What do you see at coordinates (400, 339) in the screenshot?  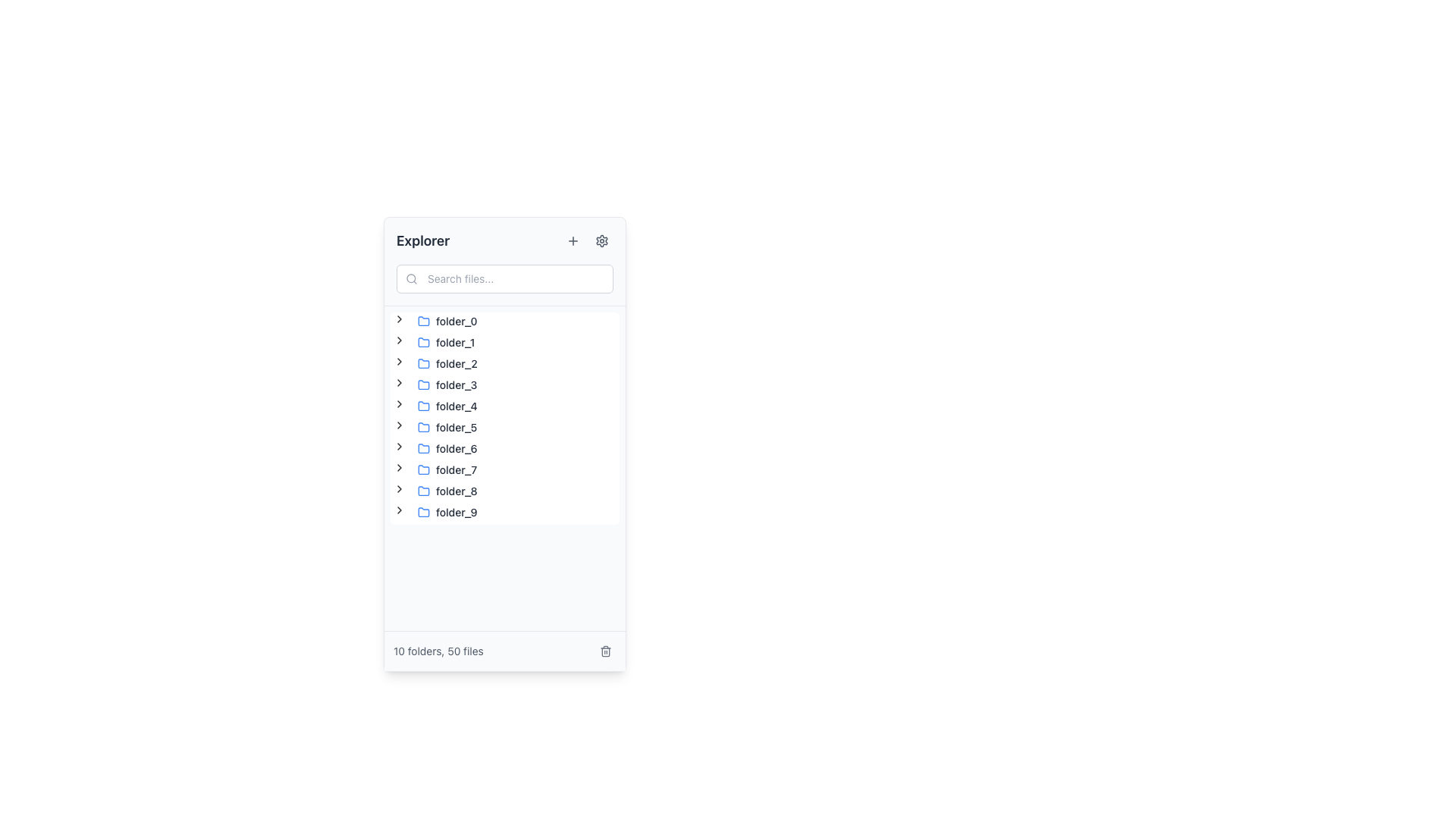 I see `the toggle button with an arrow chevron icon next to the 'folder_1' label` at bounding box center [400, 339].